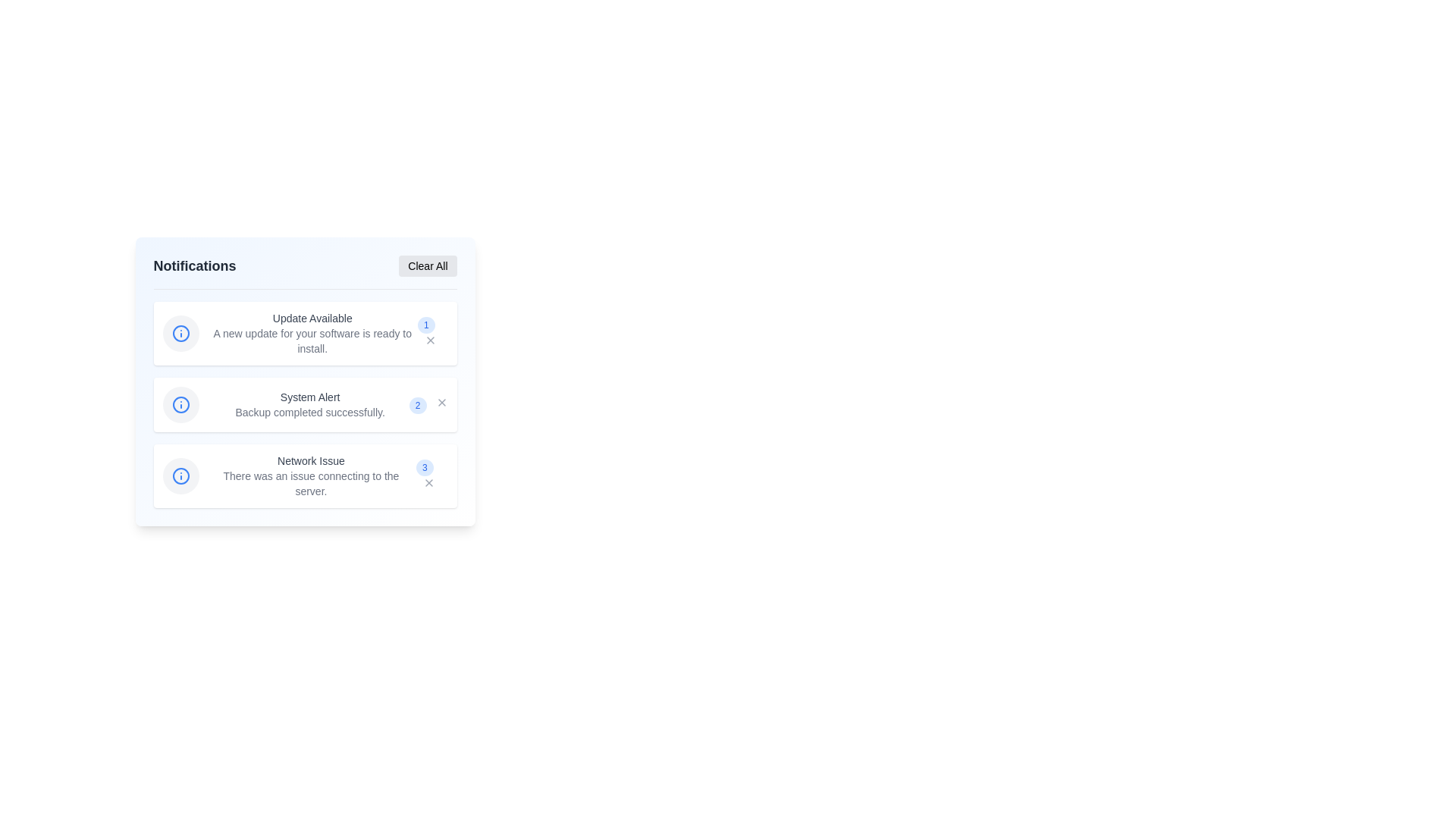 The height and width of the screenshot is (819, 1456). Describe the element at coordinates (312, 318) in the screenshot. I see `the Text Label displaying 'Update Available', which is centrally aligned in the notification area and positioned above the update description text` at that location.